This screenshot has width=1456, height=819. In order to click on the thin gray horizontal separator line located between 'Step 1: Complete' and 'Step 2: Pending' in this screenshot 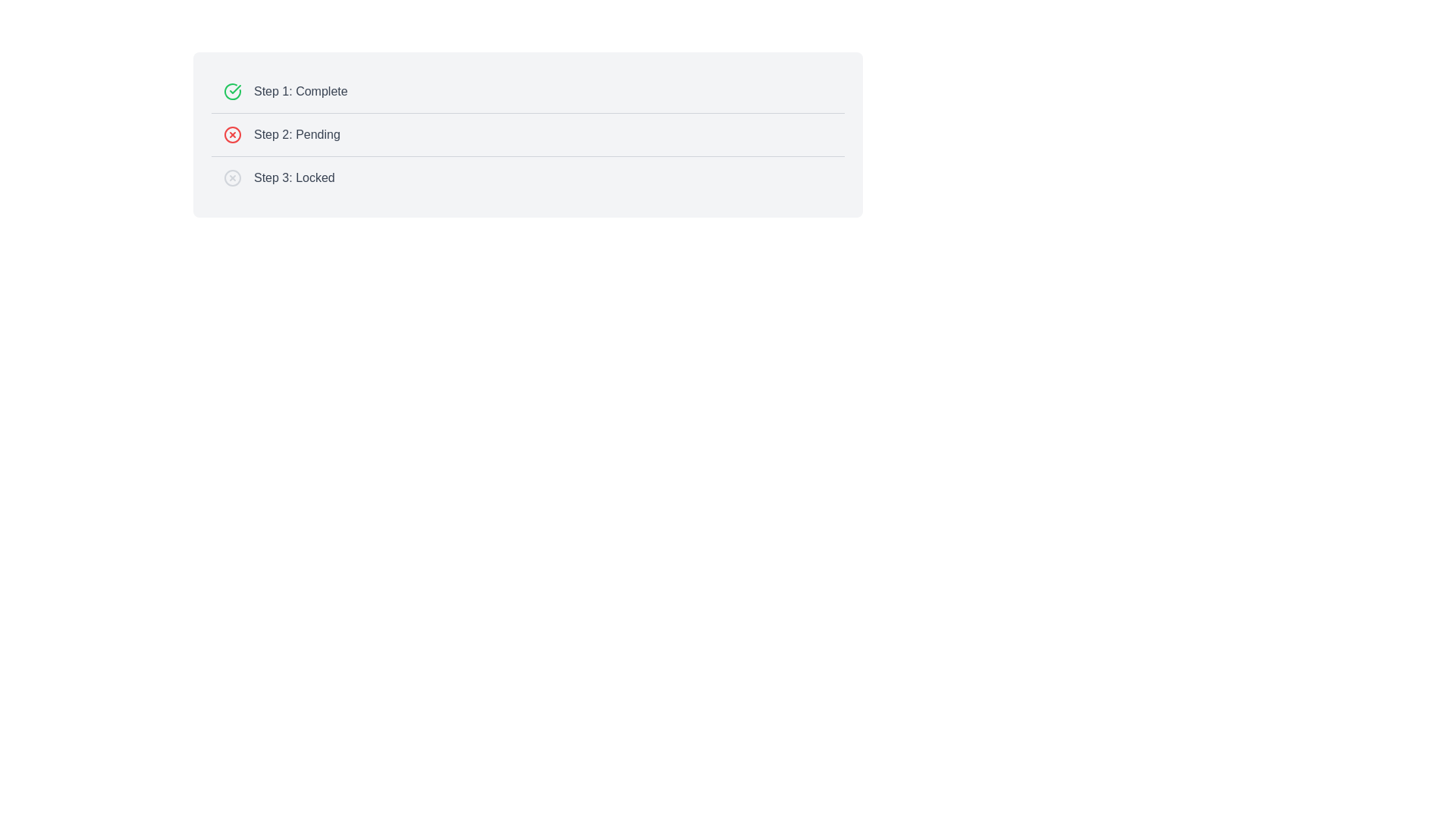, I will do `click(528, 112)`.